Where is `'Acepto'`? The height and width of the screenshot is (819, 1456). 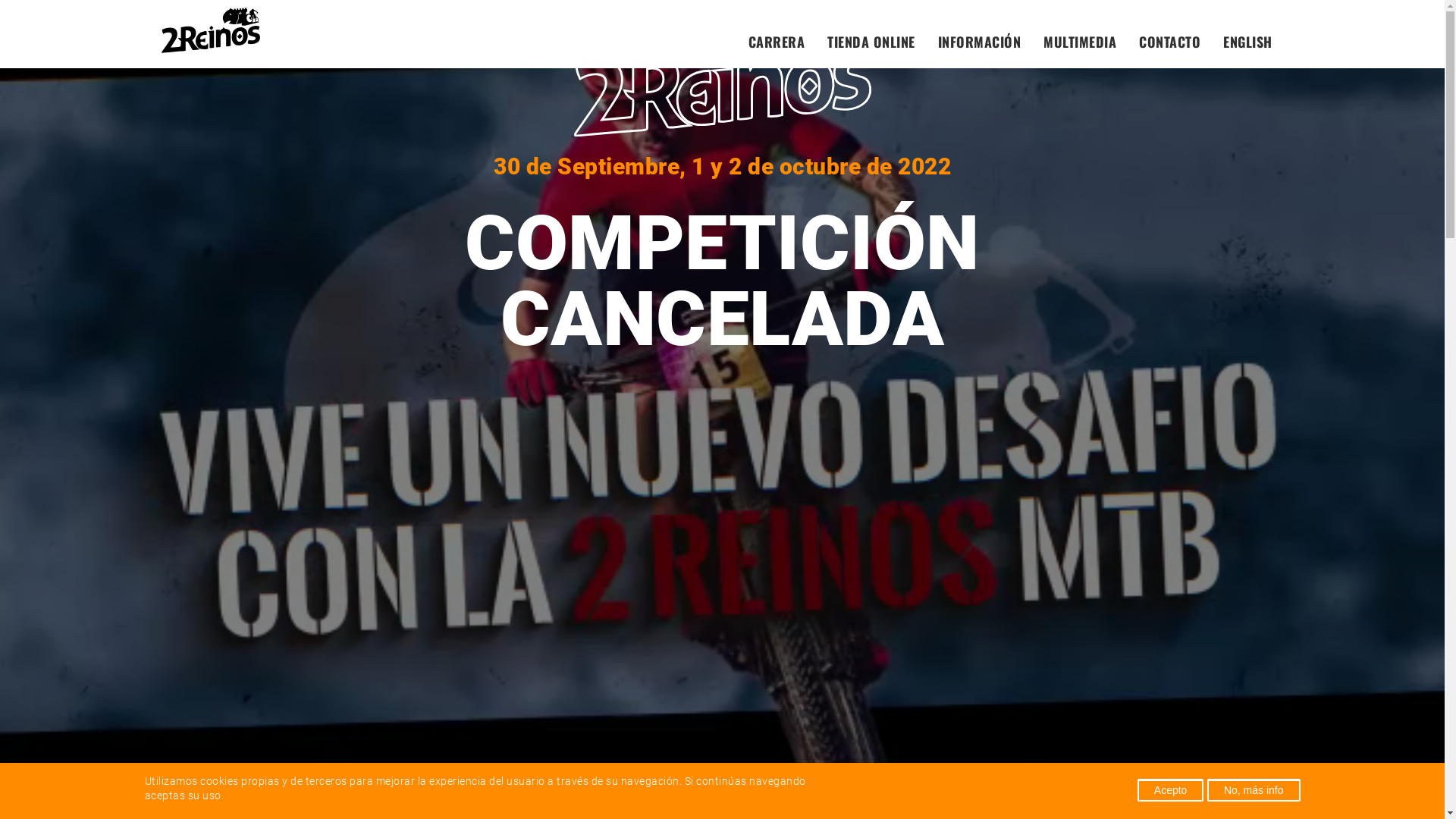 'Acepto' is located at coordinates (1170, 789).